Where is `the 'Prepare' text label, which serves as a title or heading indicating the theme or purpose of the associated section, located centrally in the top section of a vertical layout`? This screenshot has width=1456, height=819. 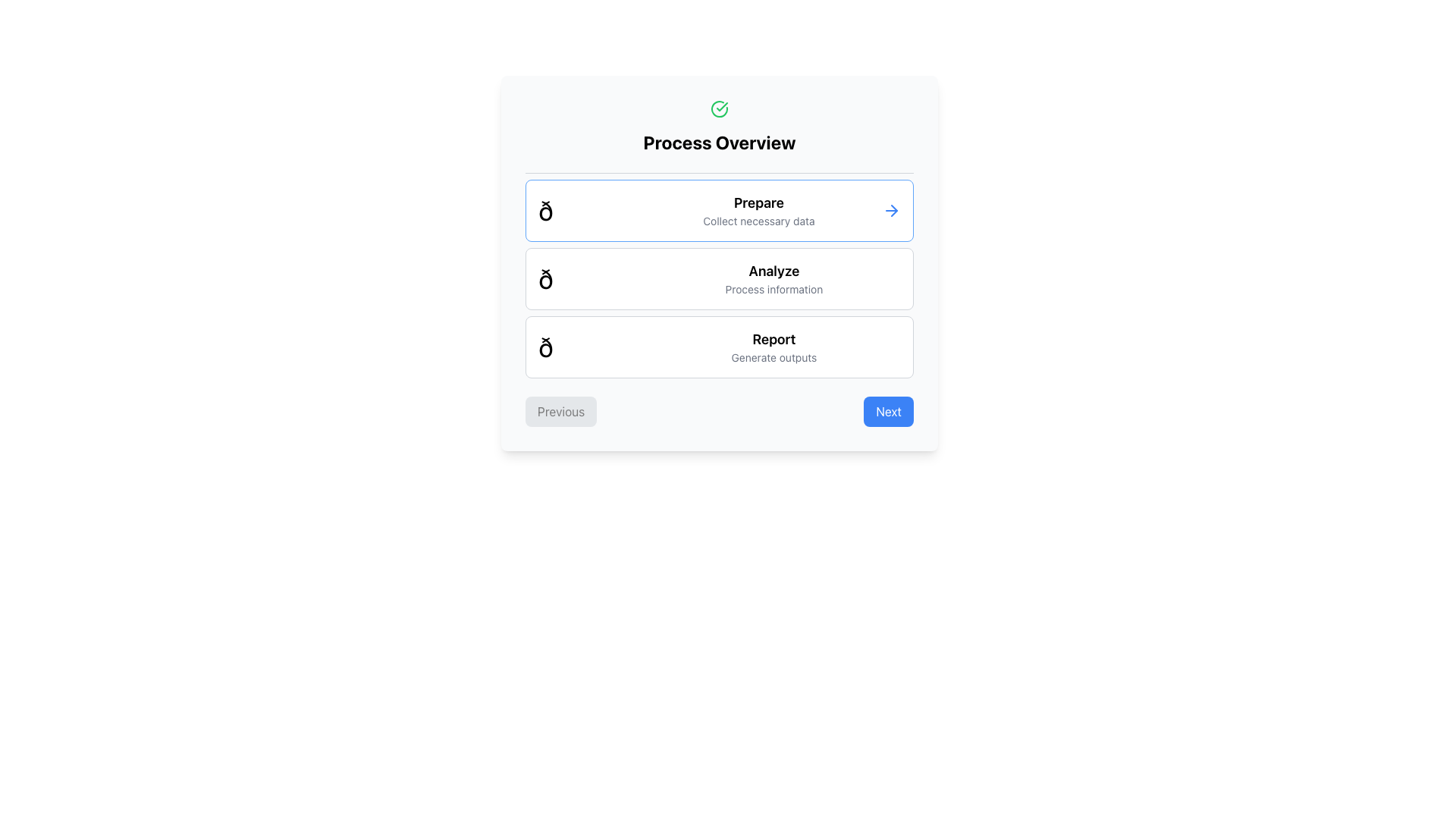 the 'Prepare' text label, which serves as a title or heading indicating the theme or purpose of the associated section, located centrally in the top section of a vertical layout is located at coordinates (758, 202).